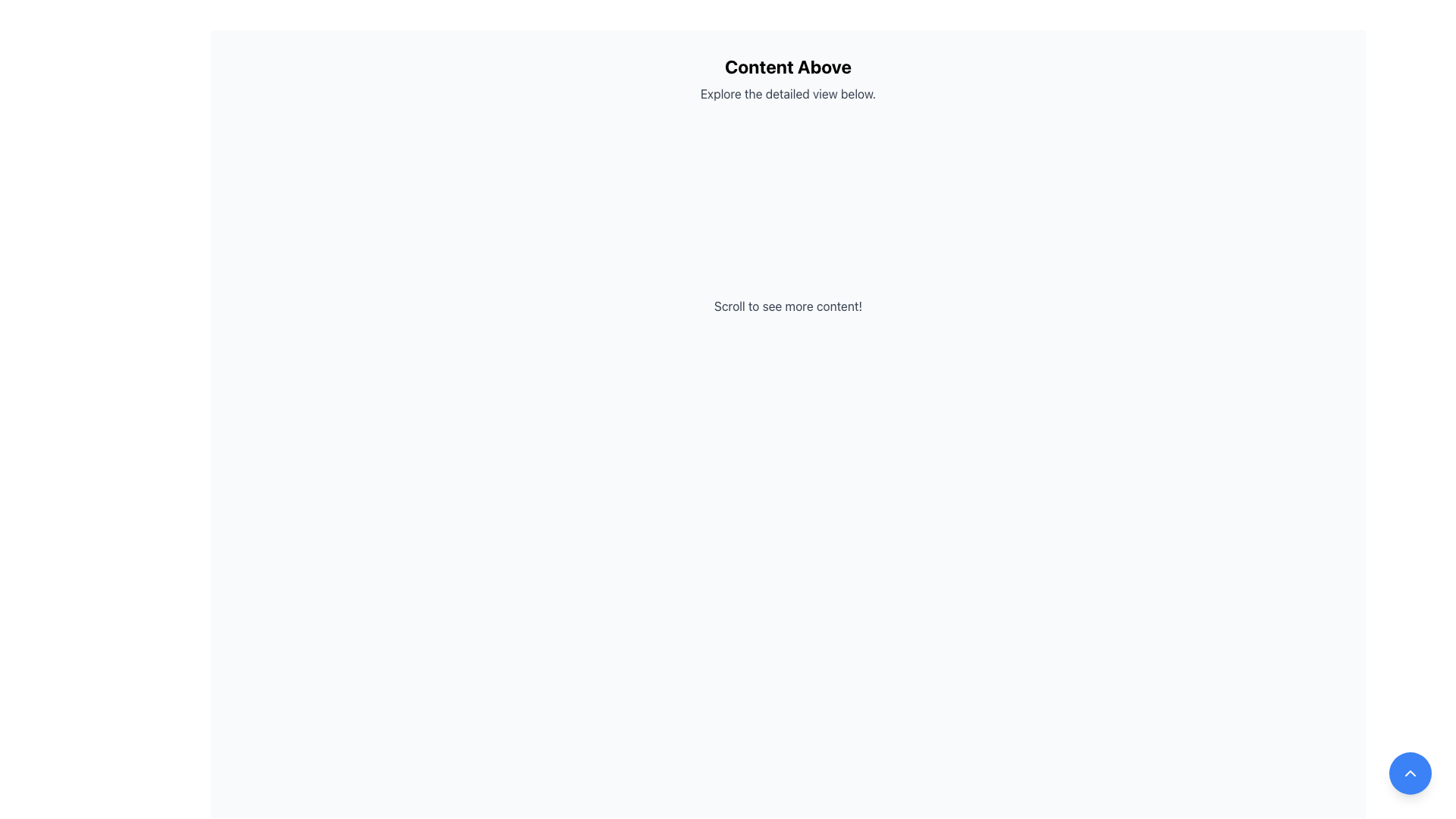  What do you see at coordinates (1410, 773) in the screenshot?
I see `the button located at the bottom-right corner of the interface to scroll to the top of the page` at bounding box center [1410, 773].